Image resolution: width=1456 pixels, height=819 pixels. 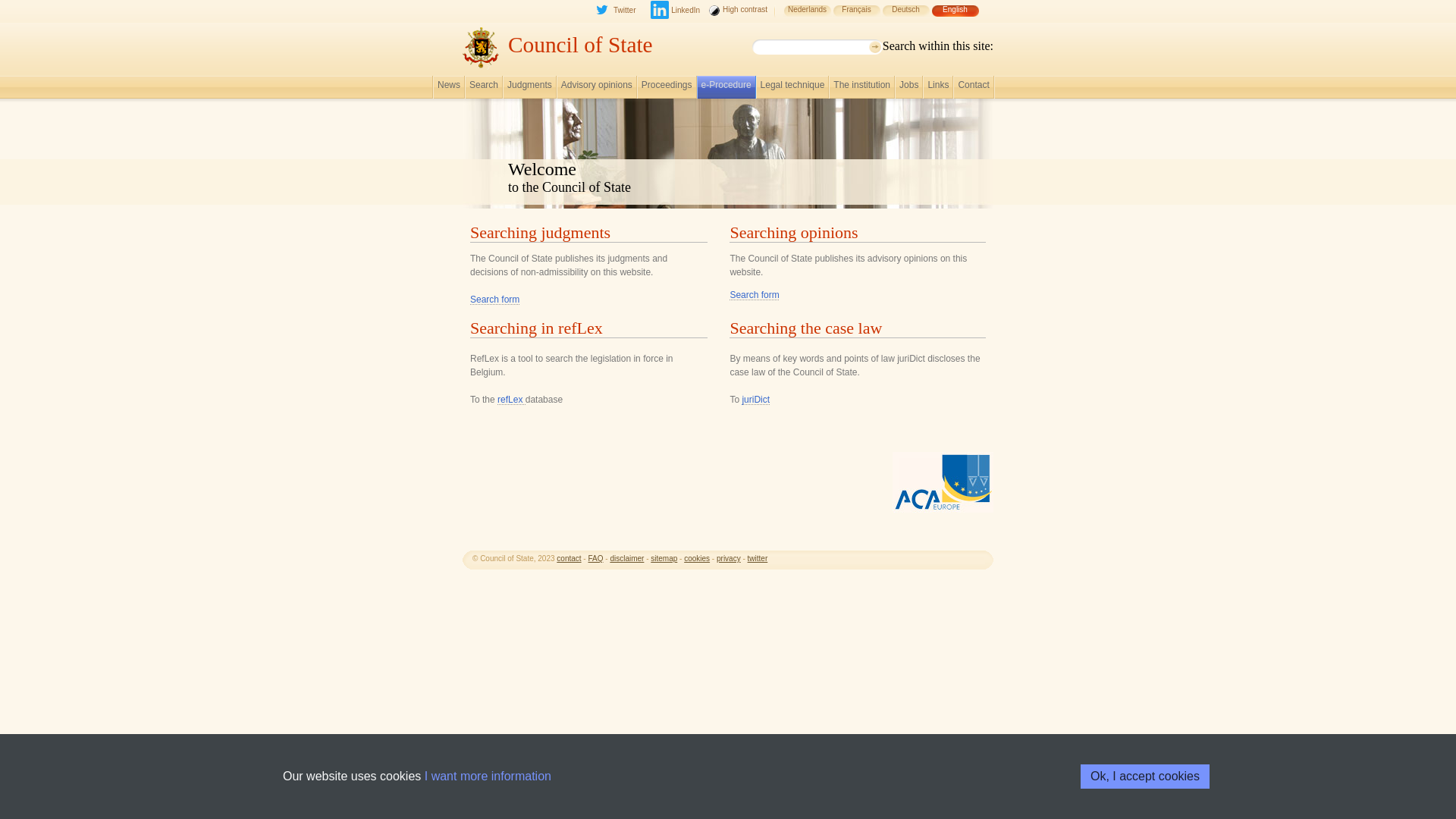 I want to click on 'sitemap', so click(x=651, y=558).